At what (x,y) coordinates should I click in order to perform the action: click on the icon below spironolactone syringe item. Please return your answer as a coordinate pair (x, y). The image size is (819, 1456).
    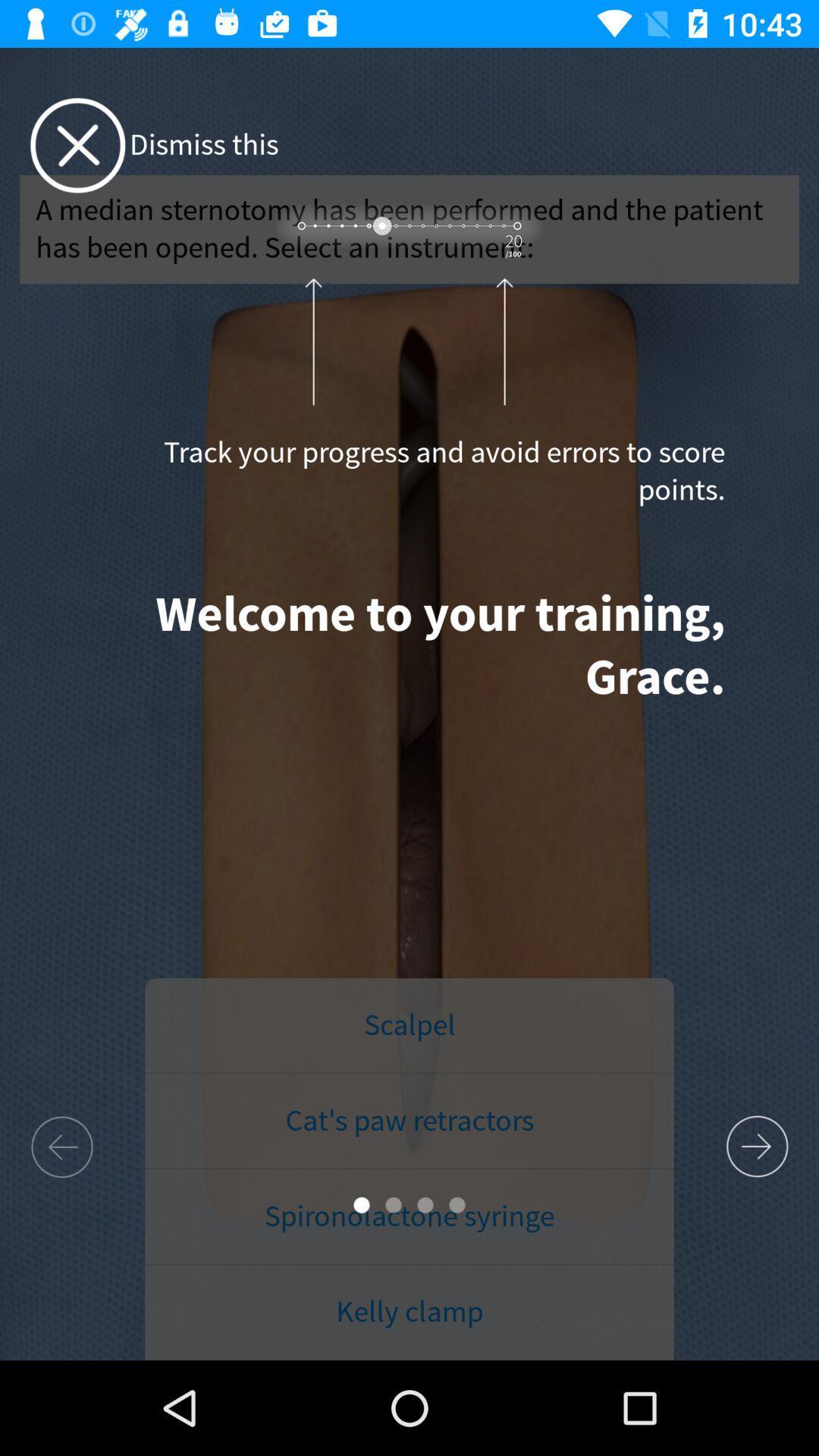
    Looking at the image, I should click on (409, 1312).